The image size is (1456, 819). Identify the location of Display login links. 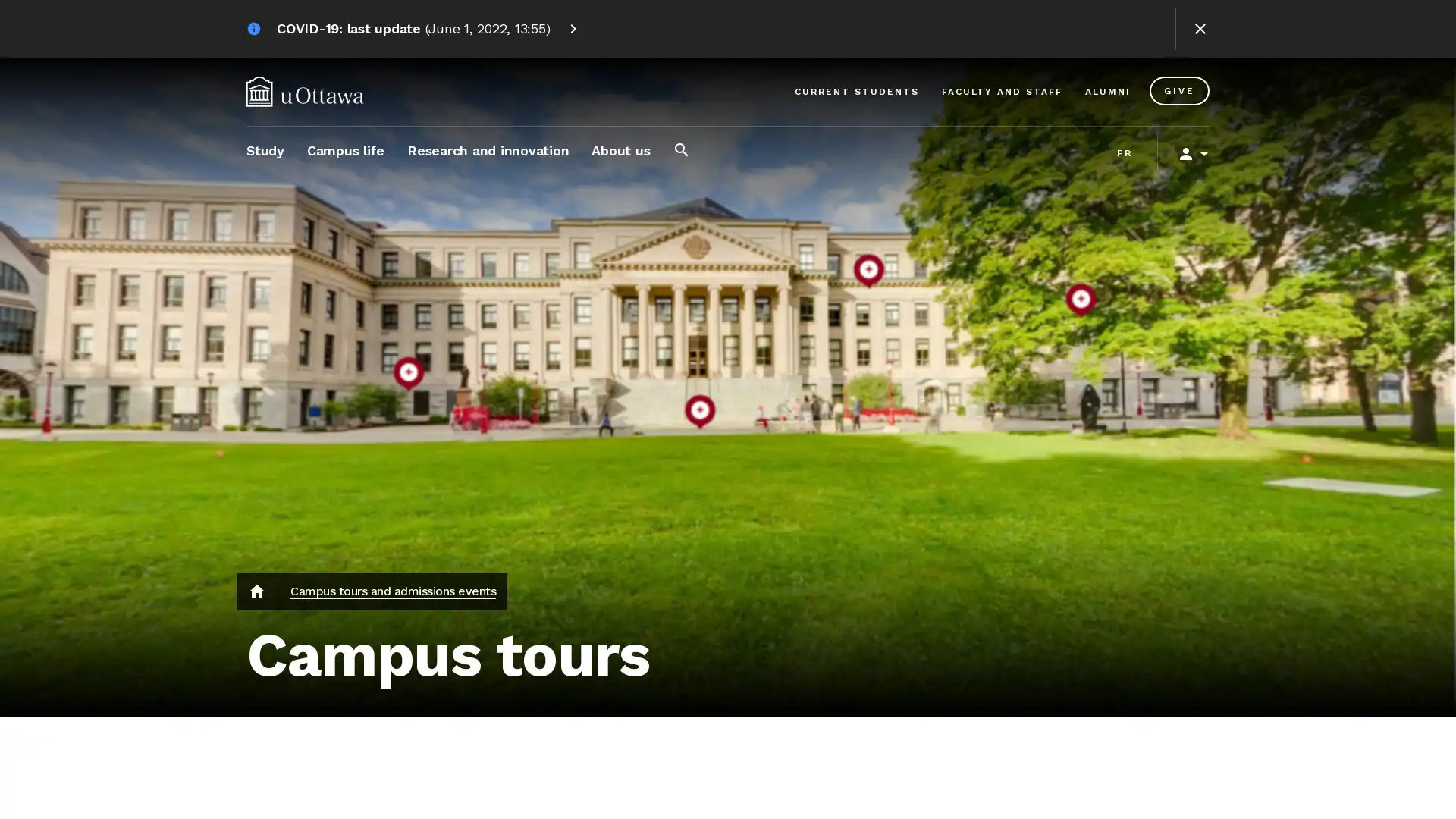
(1186, 154).